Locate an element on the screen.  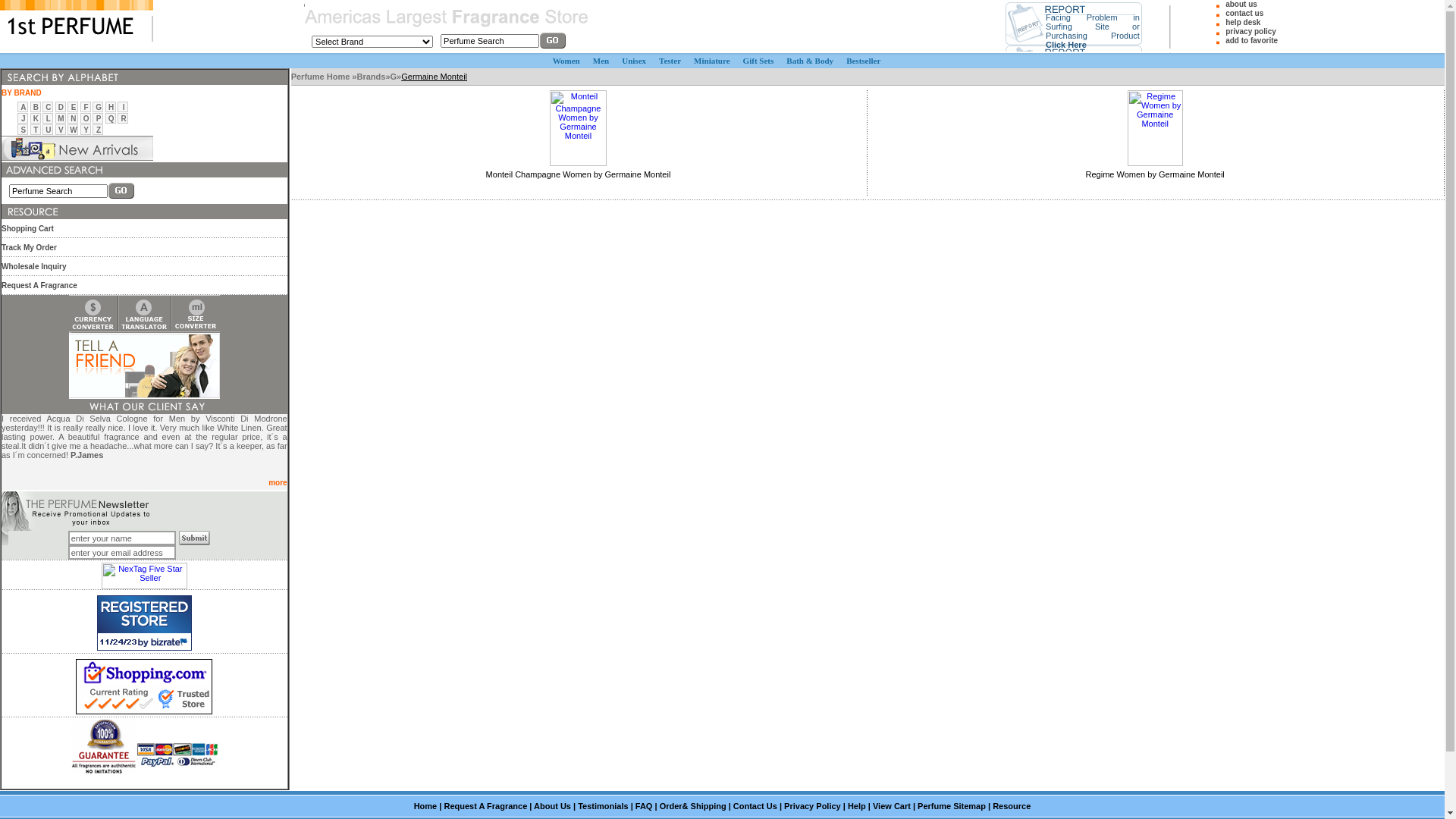
'privacy policy' is located at coordinates (1250, 31).